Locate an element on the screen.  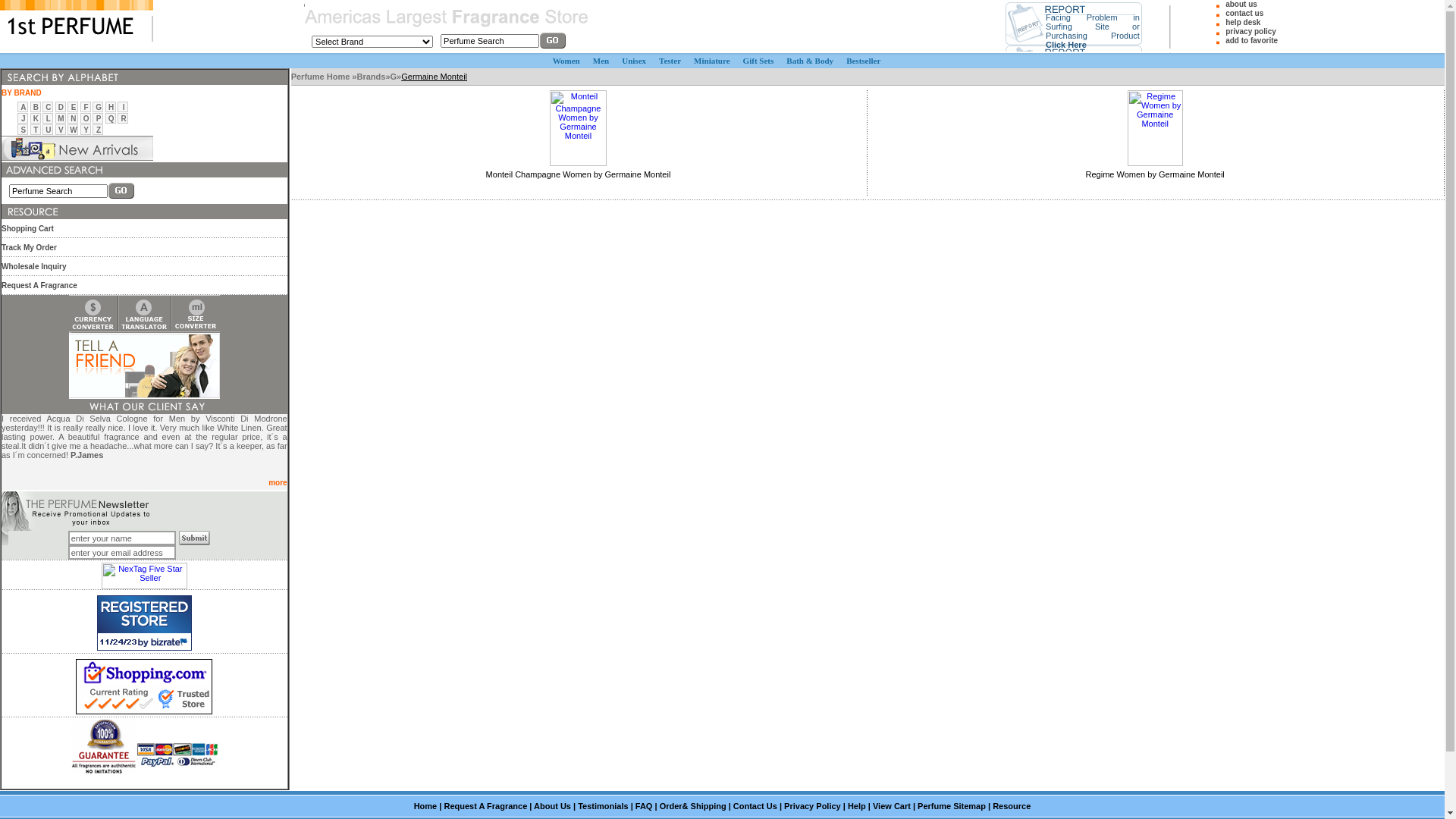
'privacy policy' is located at coordinates (1250, 31).